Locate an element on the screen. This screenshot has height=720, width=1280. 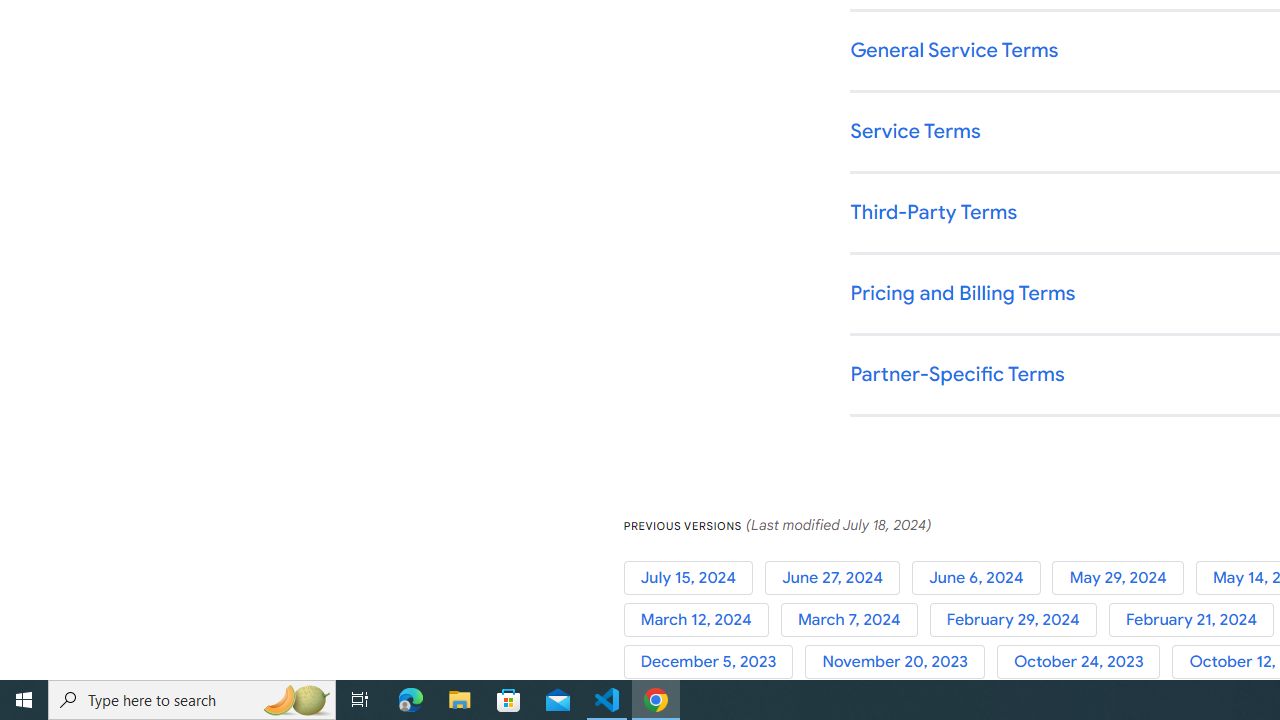
'March 12, 2024' is located at coordinates (702, 619).